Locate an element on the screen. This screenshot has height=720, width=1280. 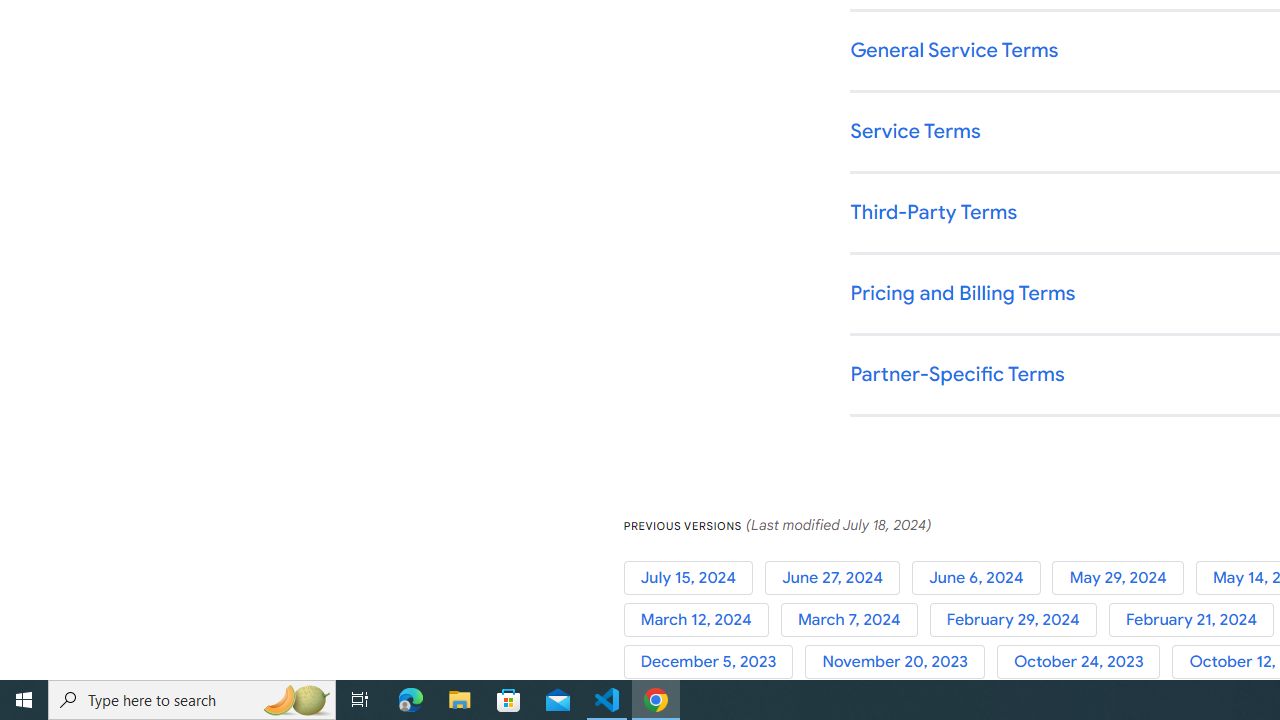
'March 12, 2024' is located at coordinates (702, 619).